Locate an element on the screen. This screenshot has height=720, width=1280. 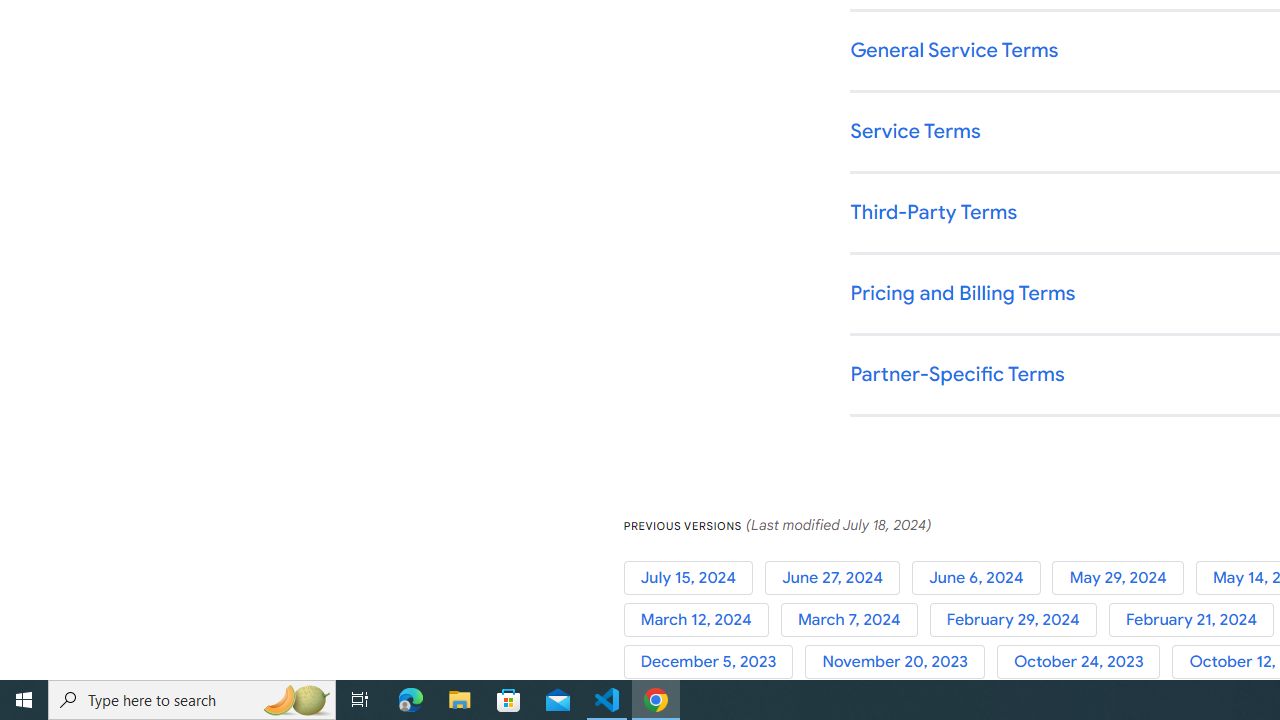
'March 12, 2024' is located at coordinates (702, 619).